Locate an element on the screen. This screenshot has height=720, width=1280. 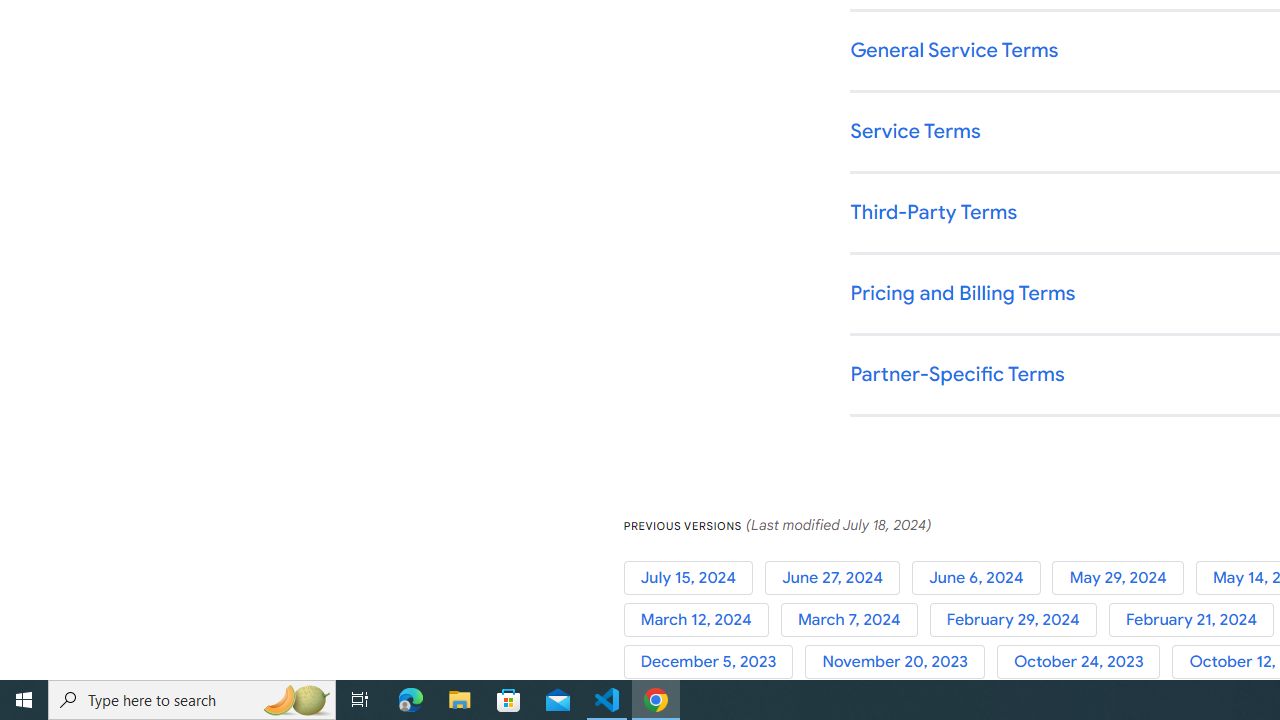
'March 12, 2024' is located at coordinates (702, 619).